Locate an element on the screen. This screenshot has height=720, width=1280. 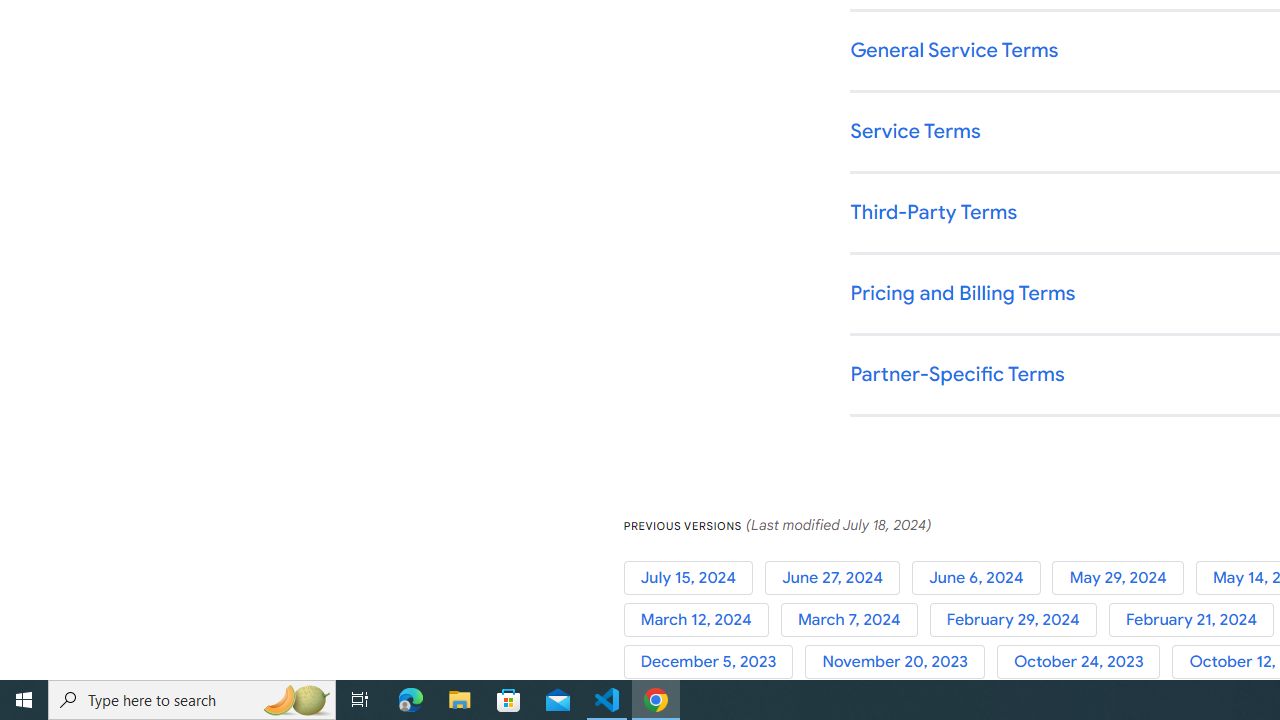
'March 12, 2024' is located at coordinates (702, 619).